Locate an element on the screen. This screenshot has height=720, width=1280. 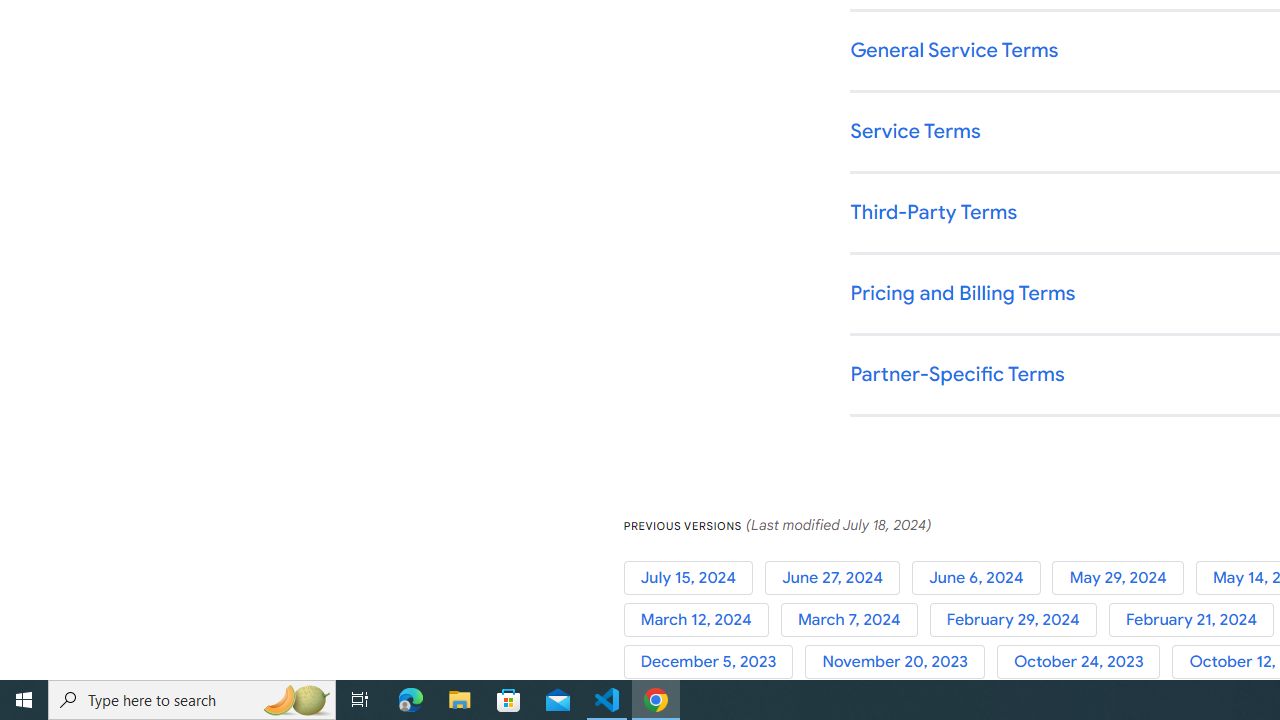
'March 12, 2024' is located at coordinates (702, 619).